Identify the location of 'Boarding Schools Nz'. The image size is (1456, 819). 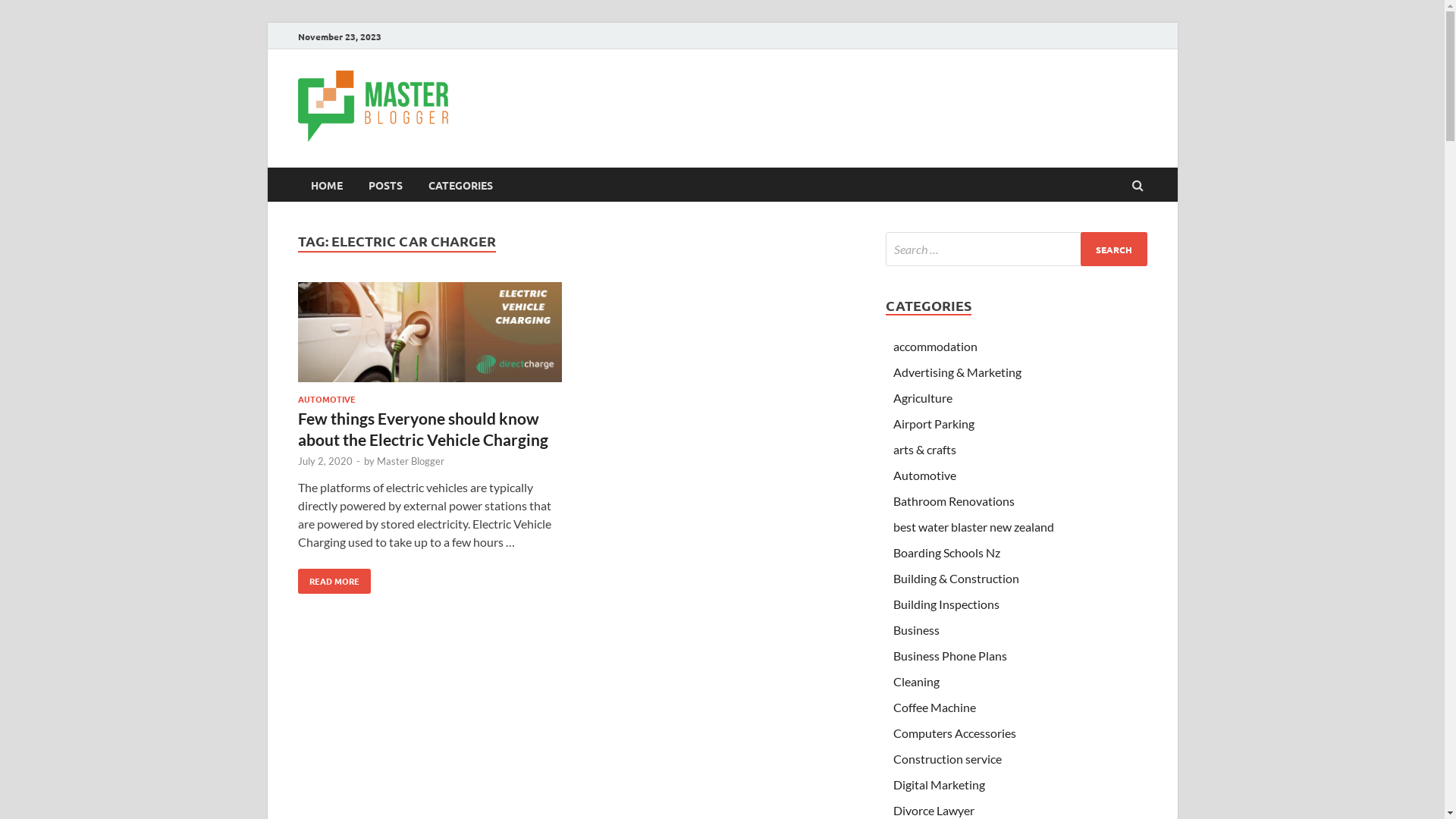
(893, 552).